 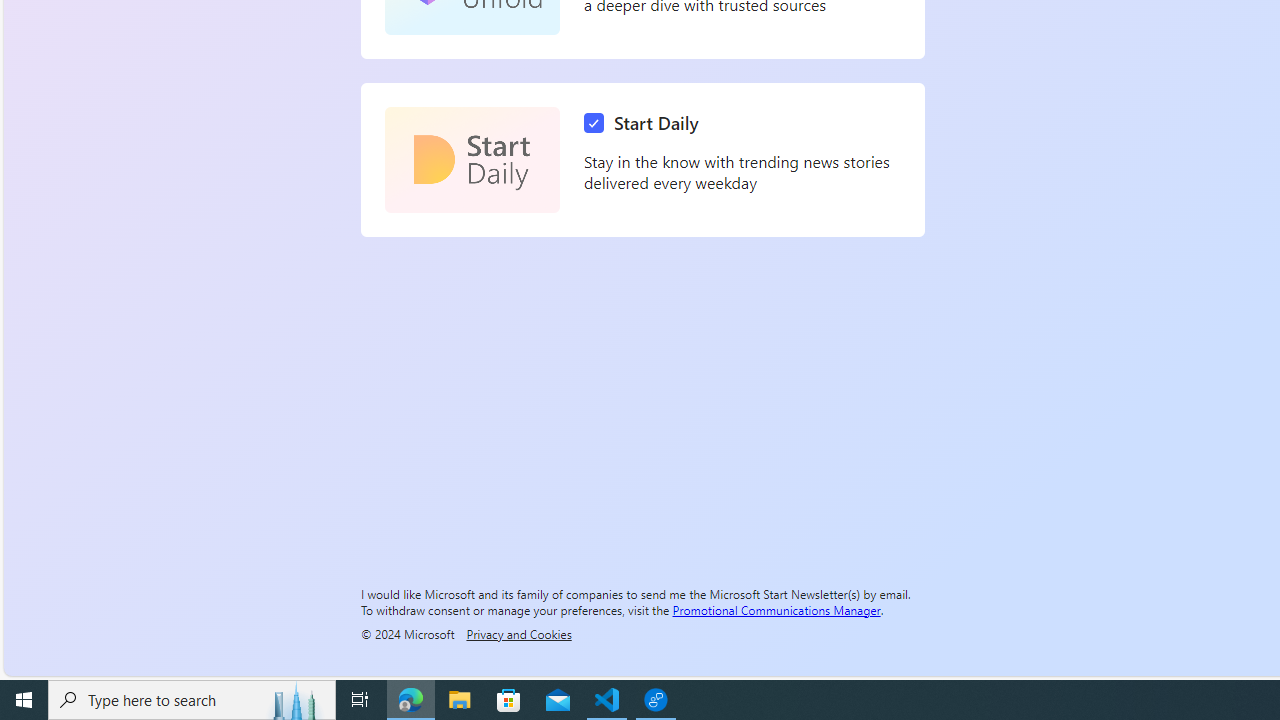 I want to click on 'Promotional Communications Manager', so click(x=775, y=608).